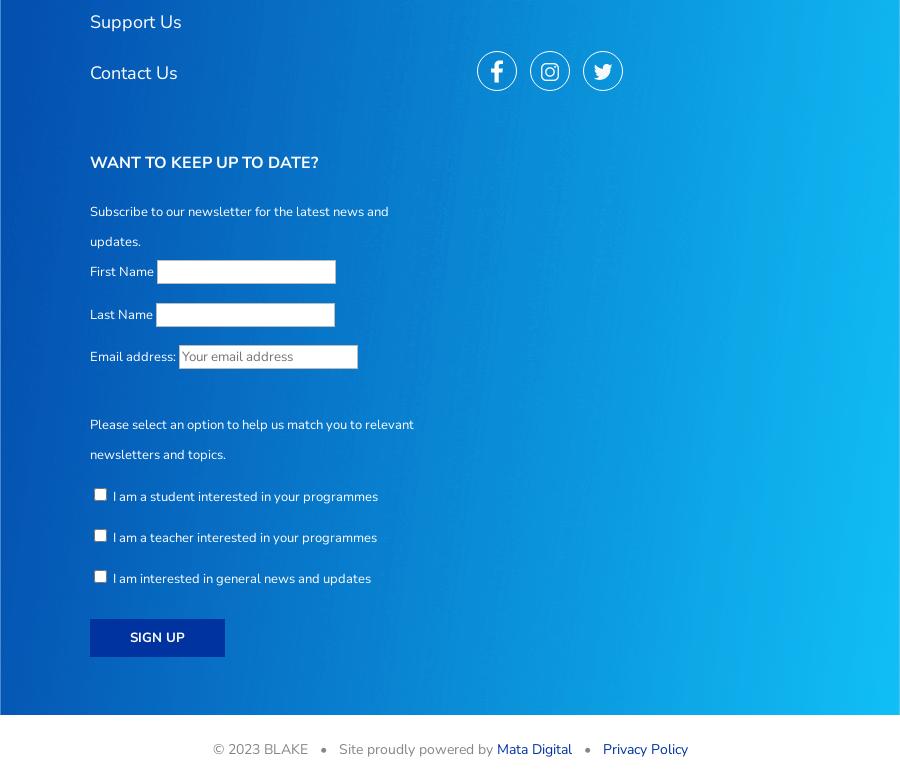 The image size is (900, 769). Describe the element at coordinates (644, 748) in the screenshot. I see `'Privacy Policy'` at that location.